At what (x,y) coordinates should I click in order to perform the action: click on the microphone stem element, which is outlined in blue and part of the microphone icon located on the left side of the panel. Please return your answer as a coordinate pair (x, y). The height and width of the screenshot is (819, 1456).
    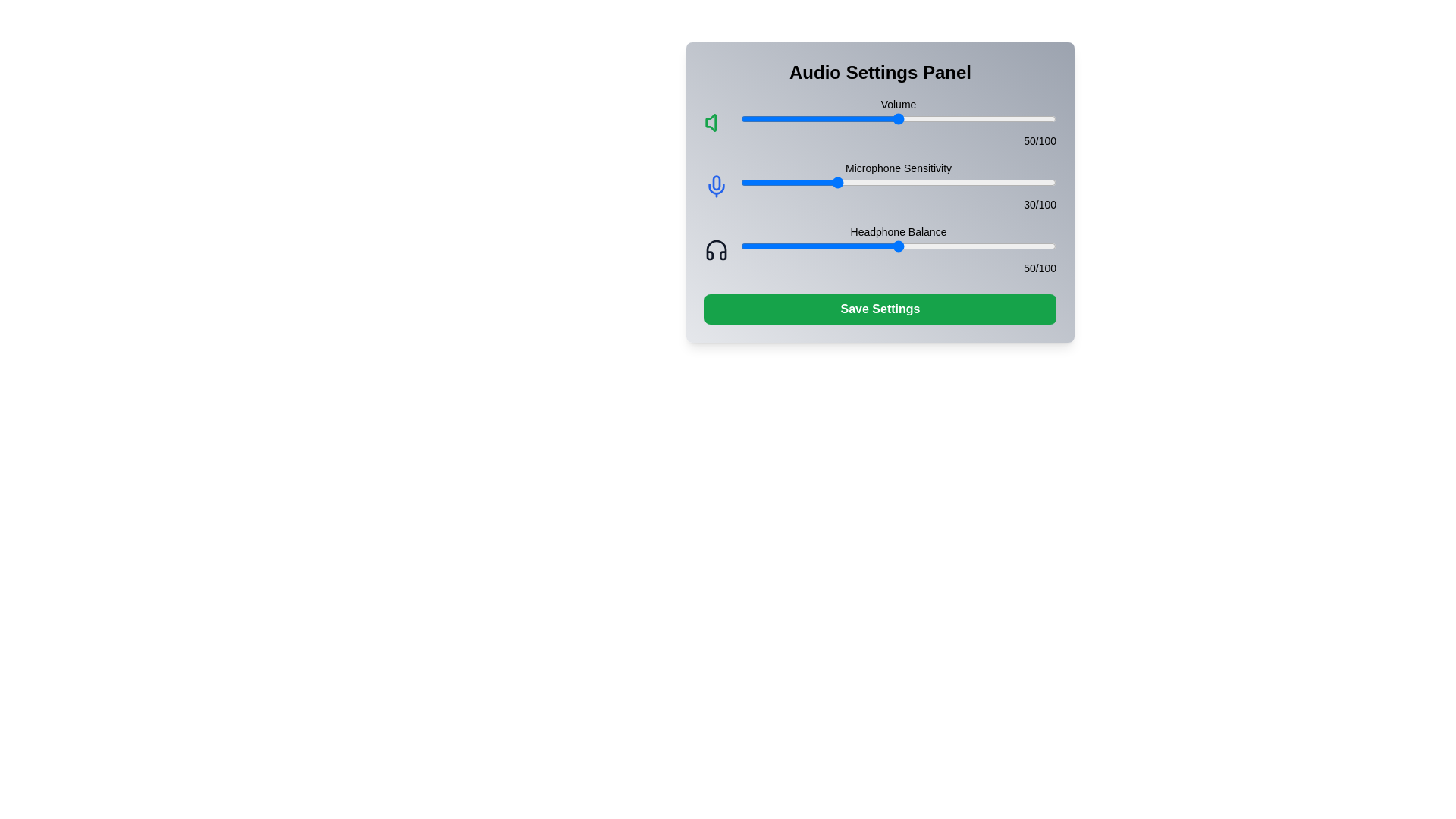
    Looking at the image, I should click on (716, 181).